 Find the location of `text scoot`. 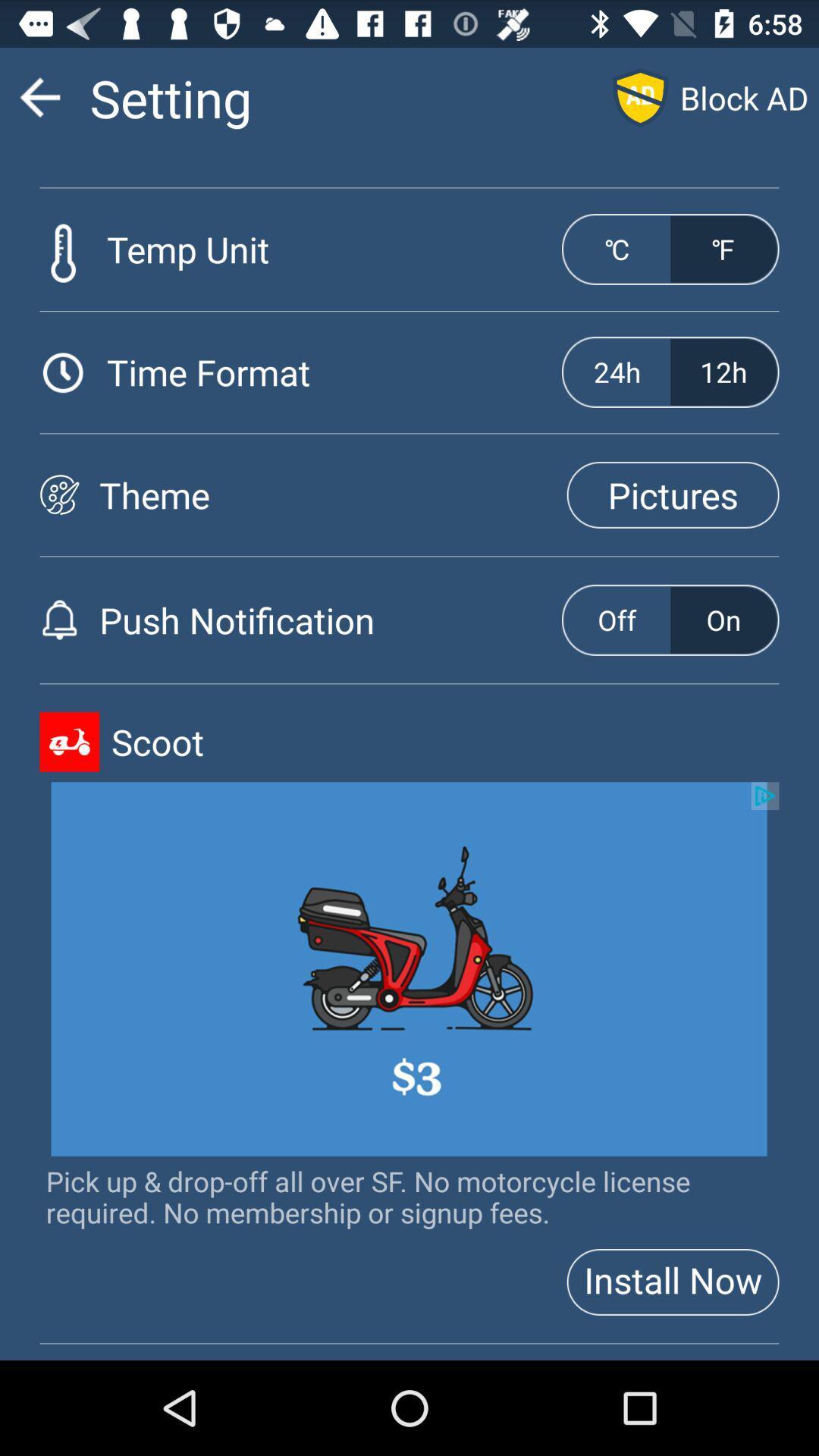

text scoot is located at coordinates (444, 742).